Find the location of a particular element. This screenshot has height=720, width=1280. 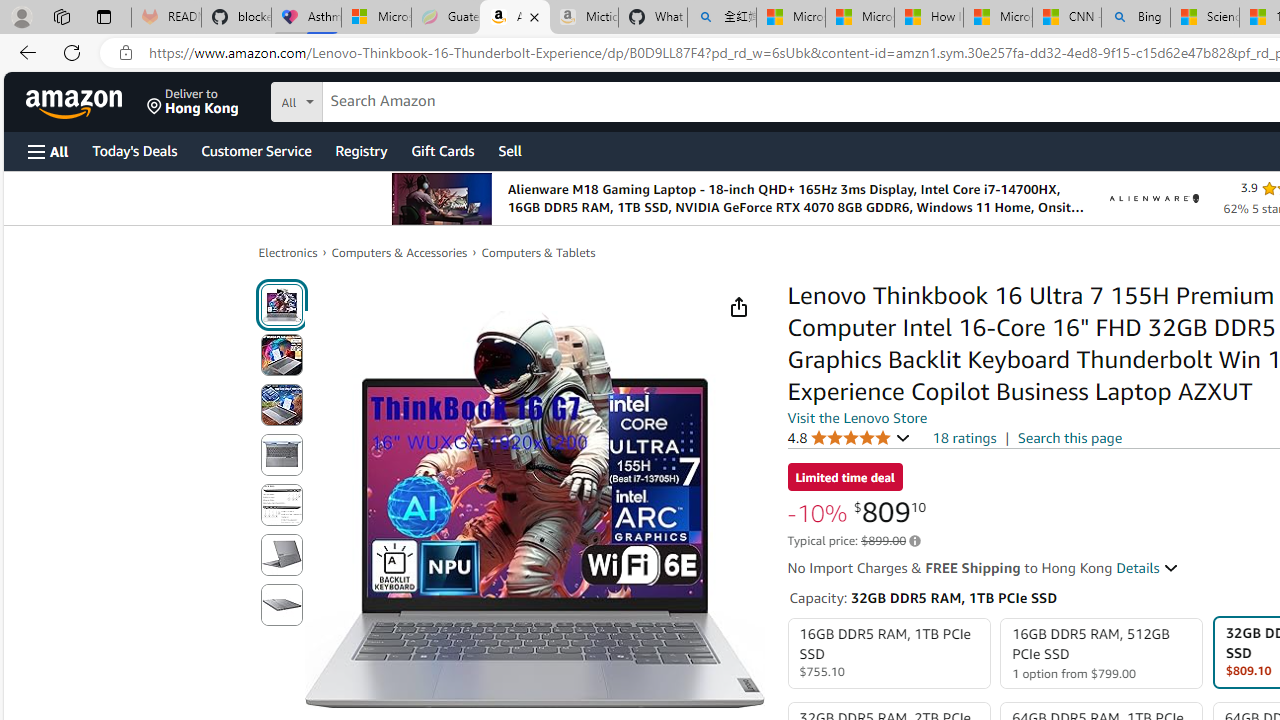

'Open Menu' is located at coordinates (48, 150).